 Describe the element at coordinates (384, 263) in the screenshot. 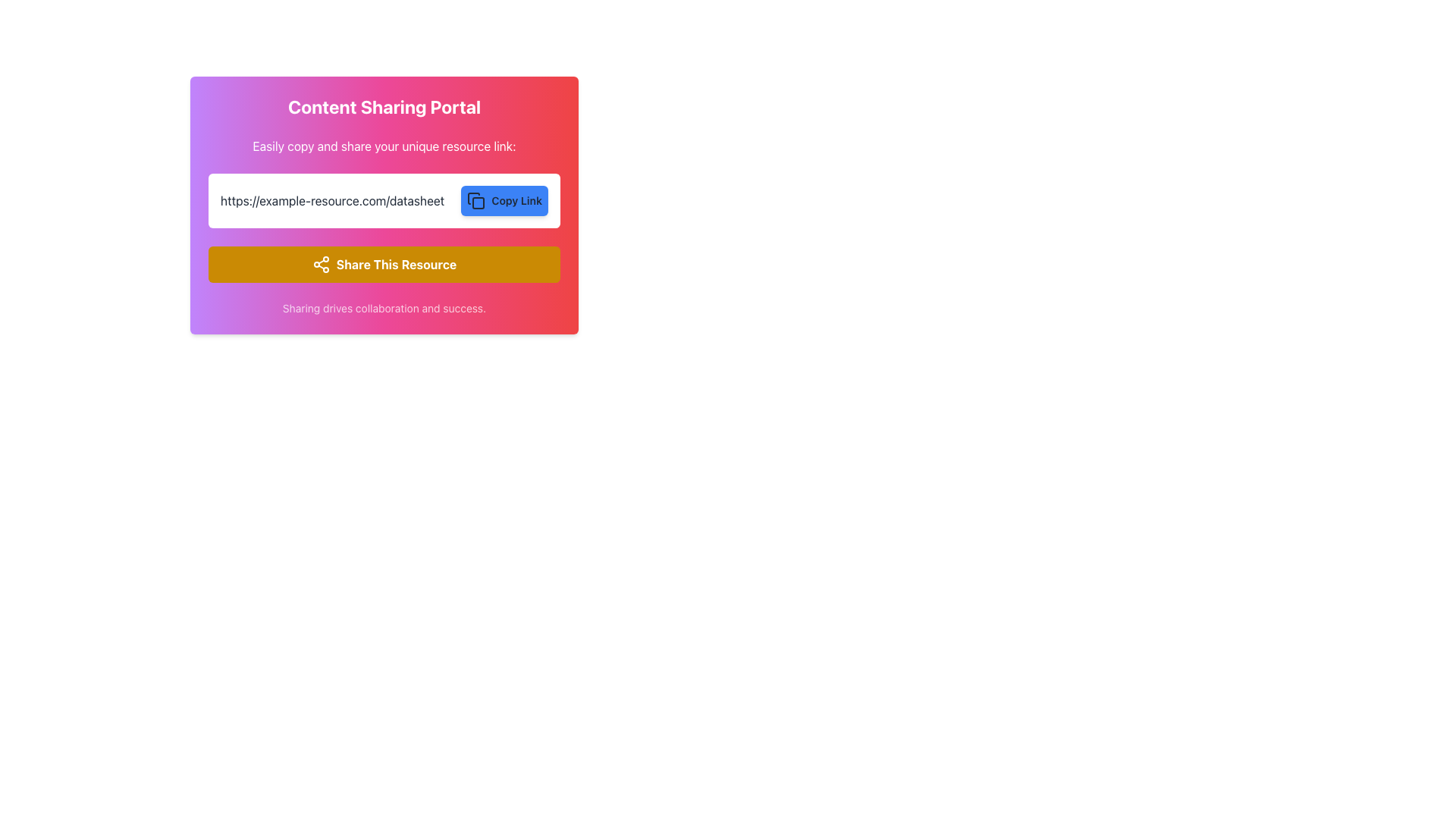

I see `the 'Share This Resource' button which has a bold yellow-orange background and white bold text, located below the 'Copy Link' button` at that location.